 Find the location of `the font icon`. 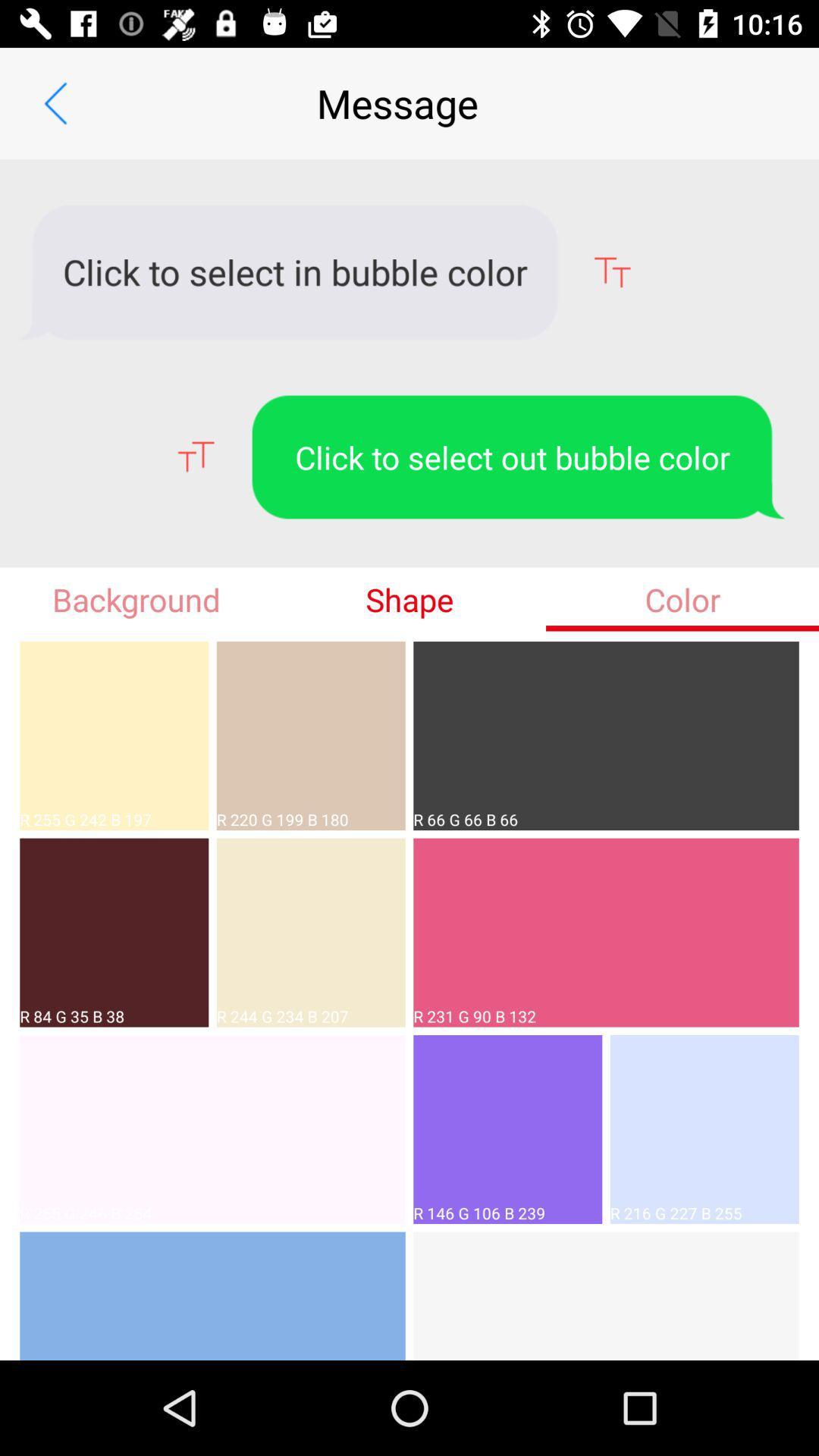

the font icon is located at coordinates (195, 456).